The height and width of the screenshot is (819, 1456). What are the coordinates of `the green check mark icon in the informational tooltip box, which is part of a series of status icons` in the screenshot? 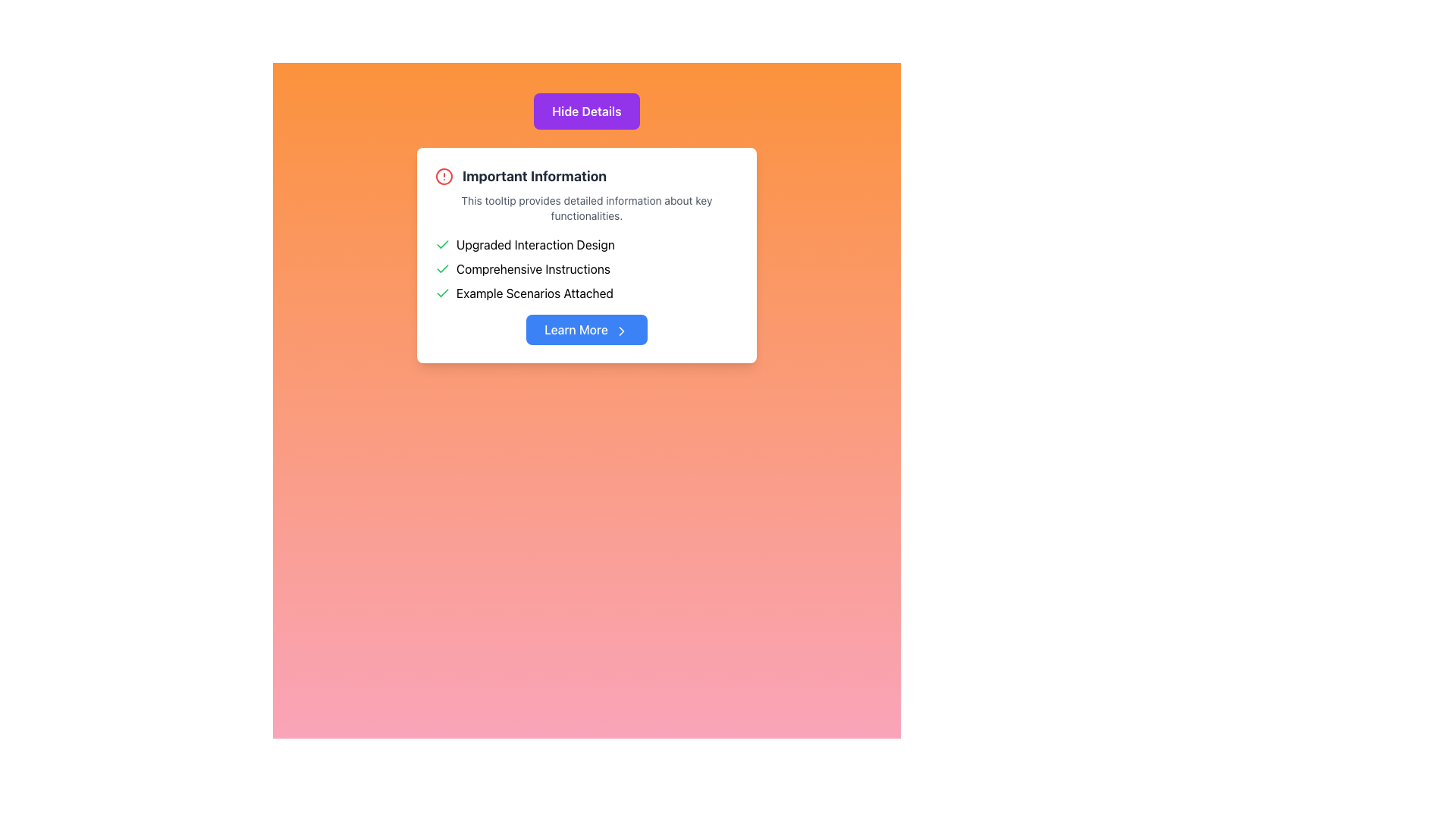 It's located at (442, 268).